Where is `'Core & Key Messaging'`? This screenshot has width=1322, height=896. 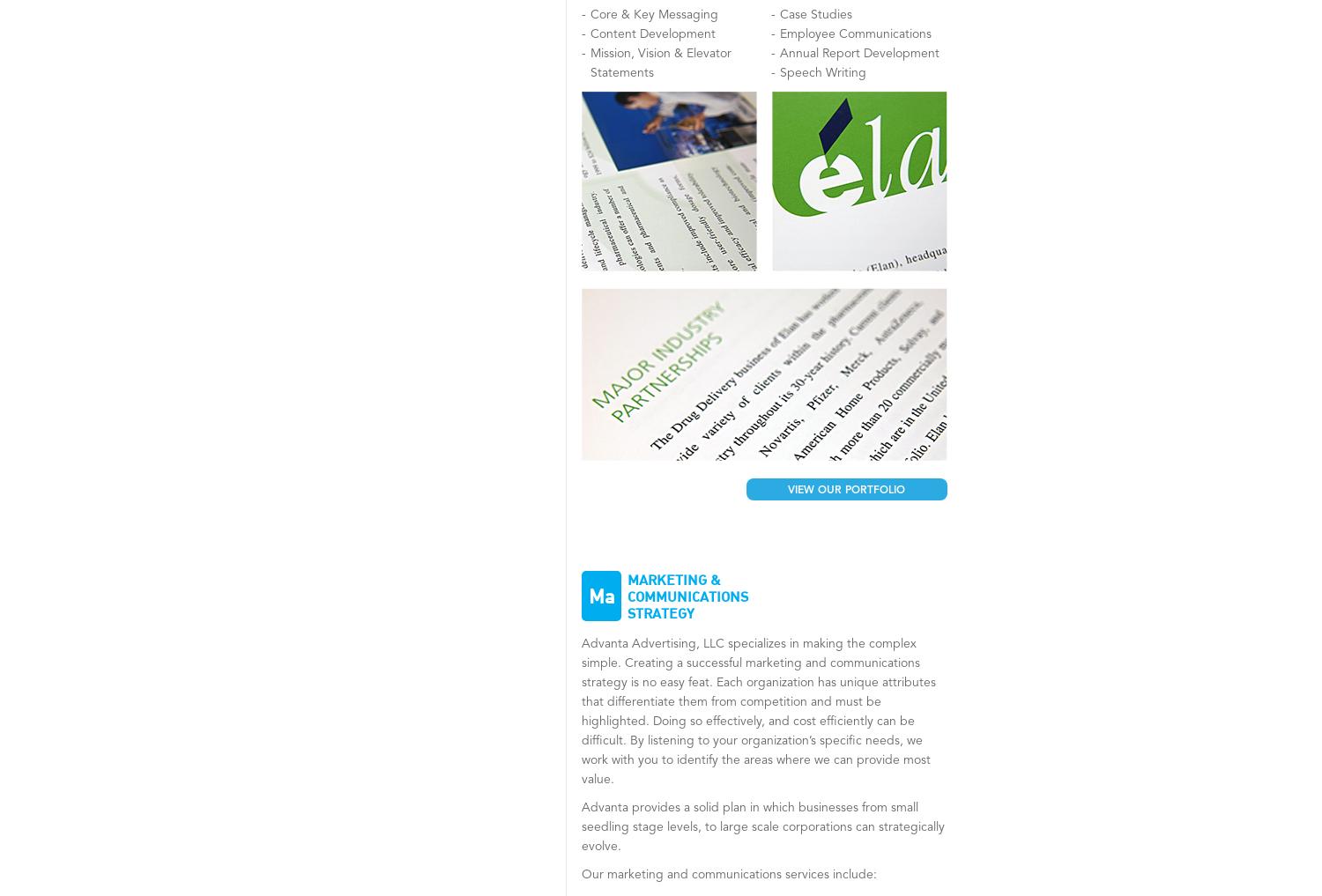 'Core & Key Messaging' is located at coordinates (590, 13).